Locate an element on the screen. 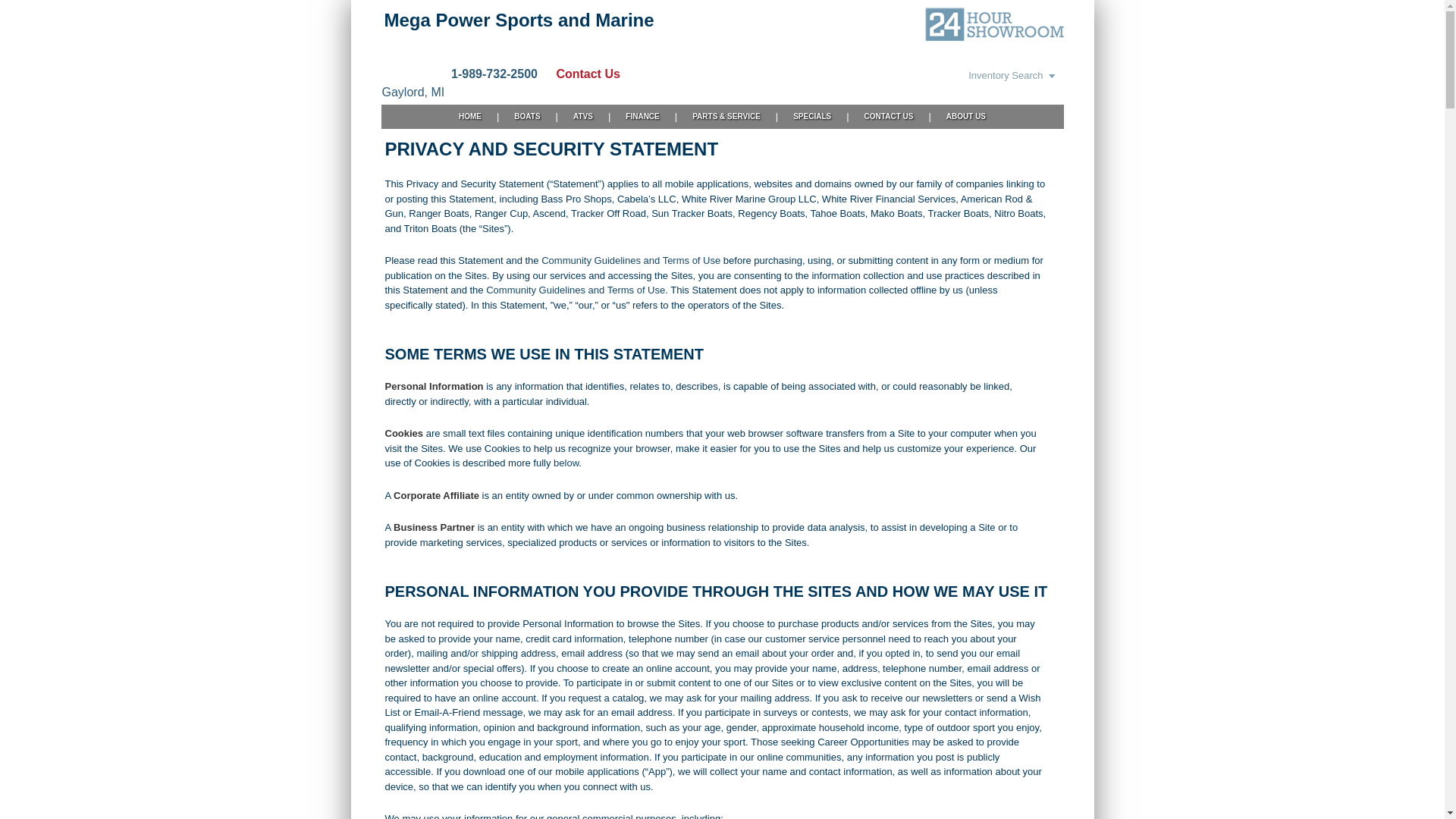 This screenshot has height=819, width=1456. 'HOME' is located at coordinates (469, 116).